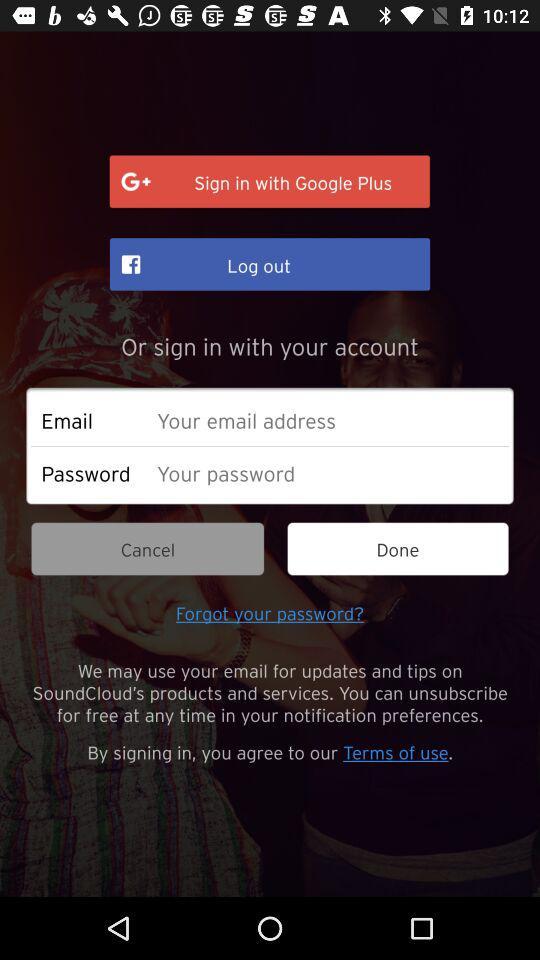 Image resolution: width=540 pixels, height=960 pixels. I want to click on done icon, so click(398, 549).